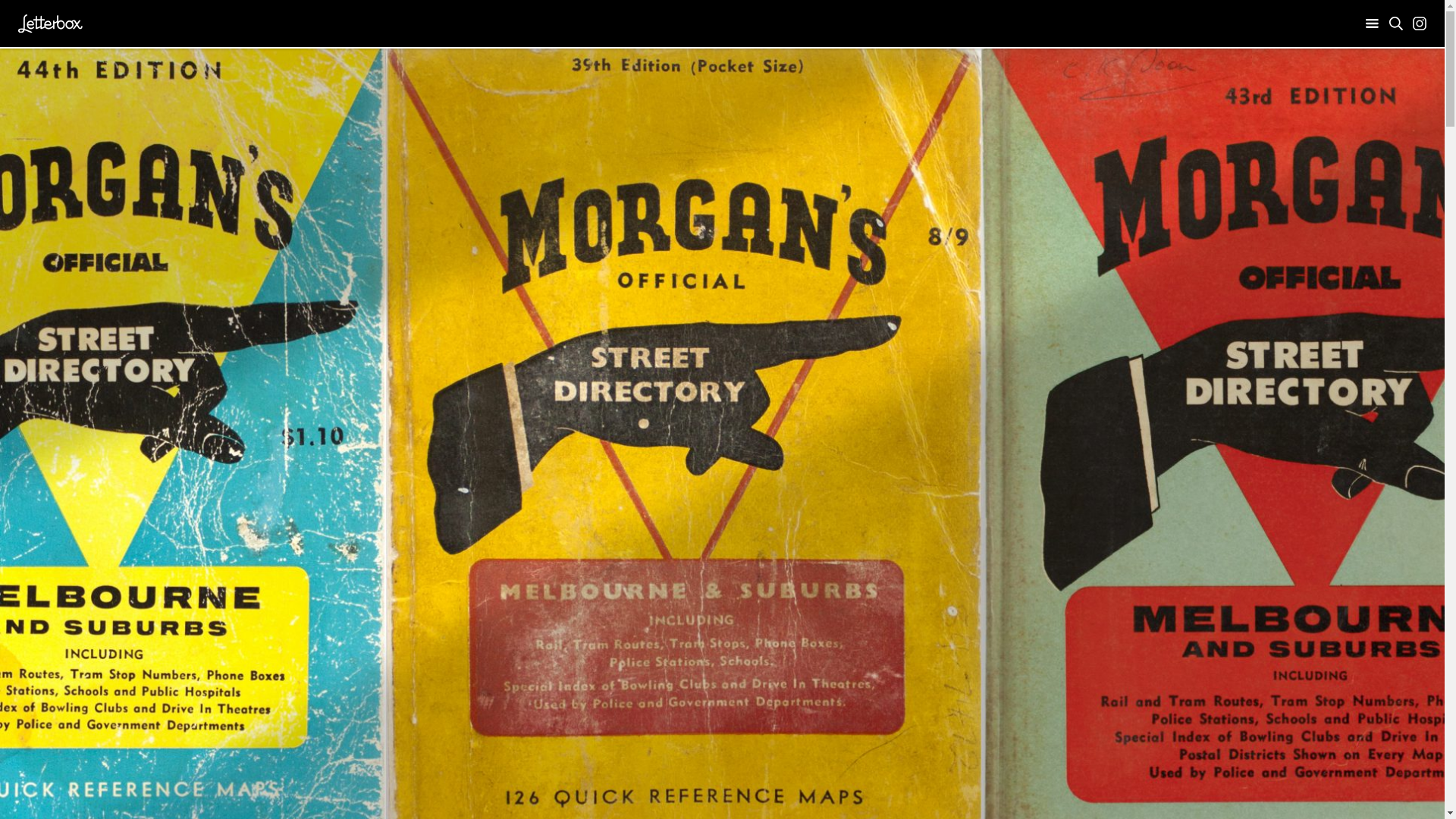  Describe the element at coordinates (1372, 24) in the screenshot. I see `'Menu'` at that location.